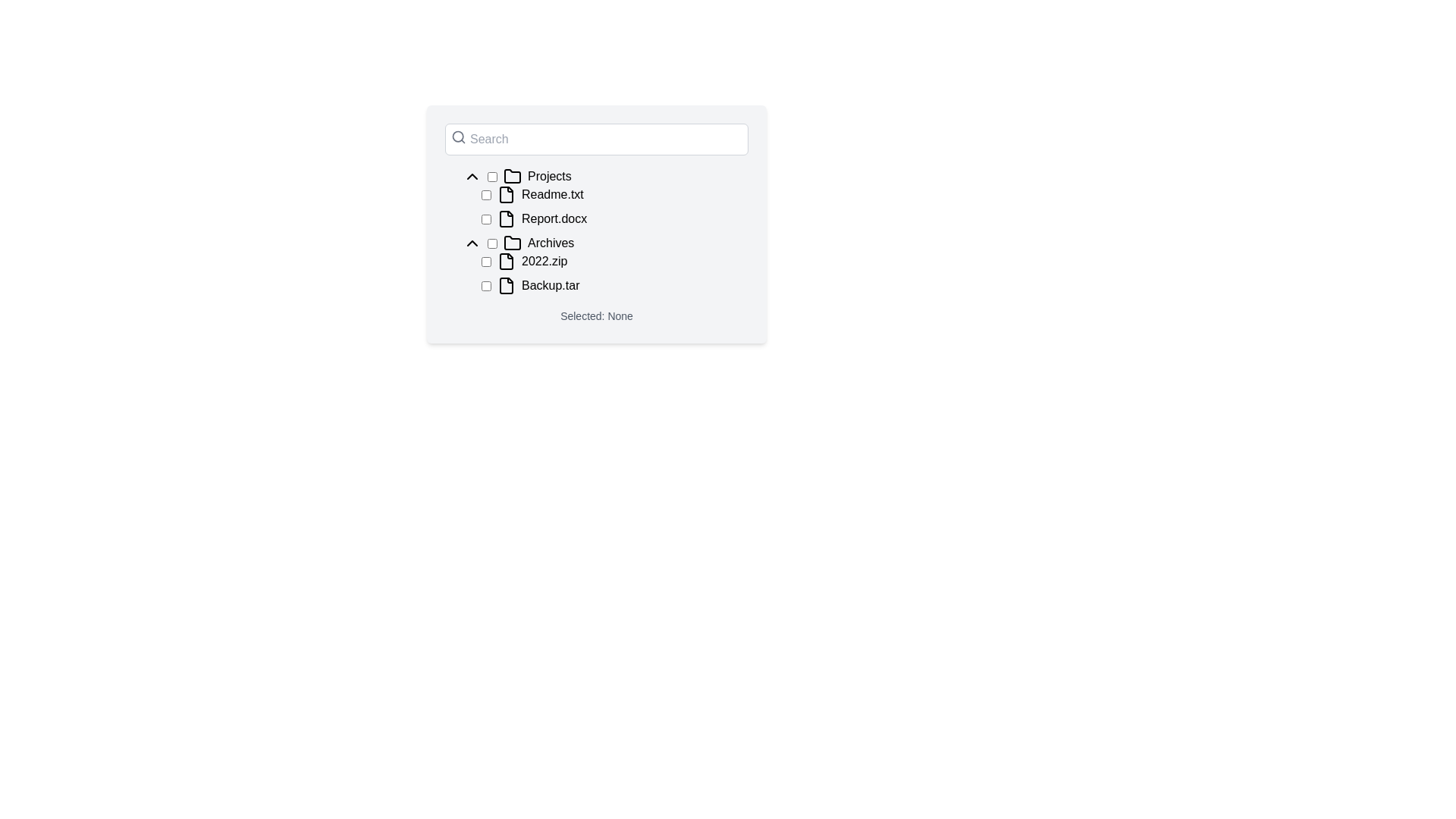 The height and width of the screenshot is (819, 1456). Describe the element at coordinates (615, 219) in the screenshot. I see `the file represented by the row containing the checkbox and the text label 'Report.docx', which is the second file entry under 'Projects'` at that location.